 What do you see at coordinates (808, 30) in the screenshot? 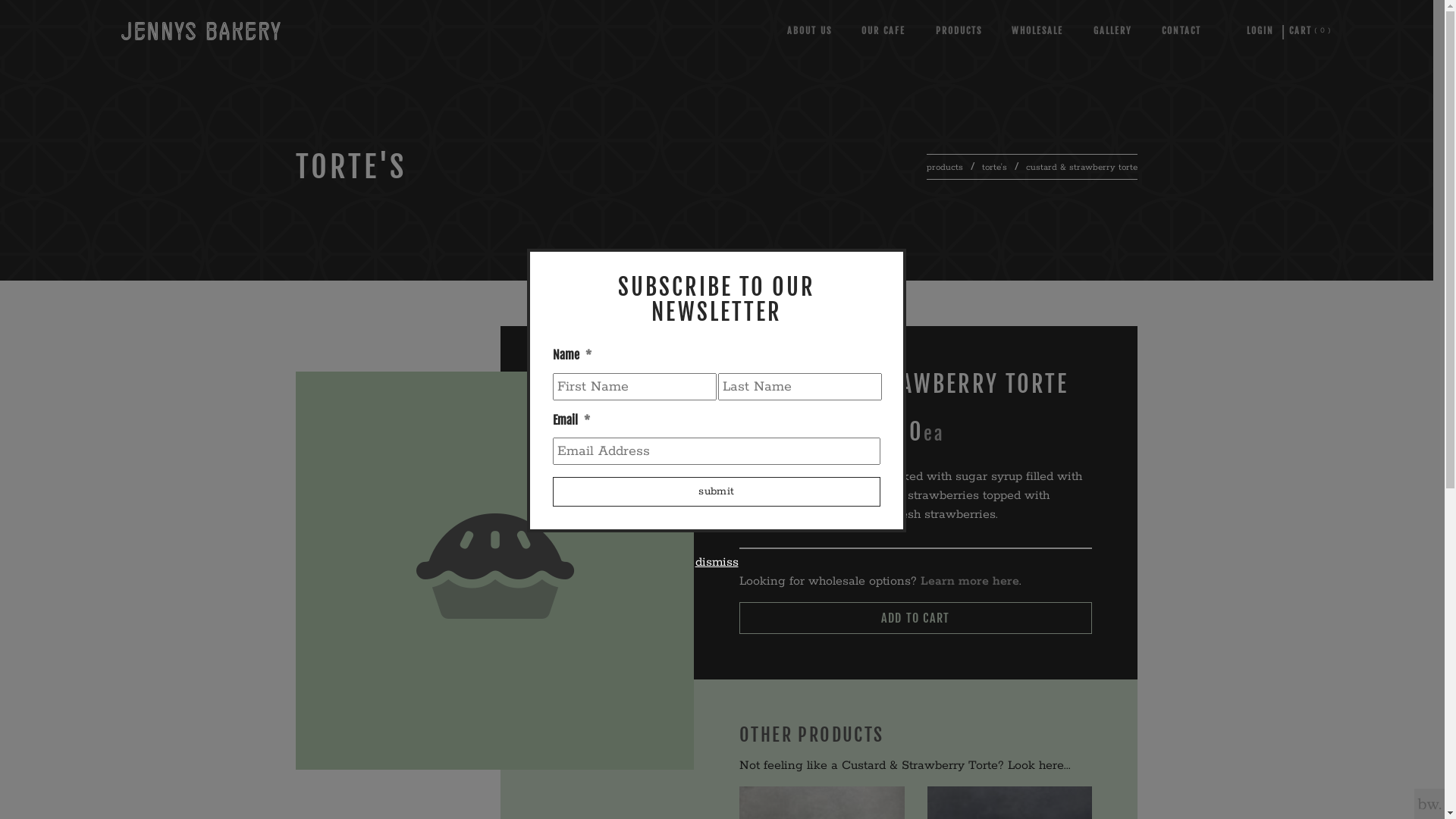
I see `'ABOUT US'` at bounding box center [808, 30].